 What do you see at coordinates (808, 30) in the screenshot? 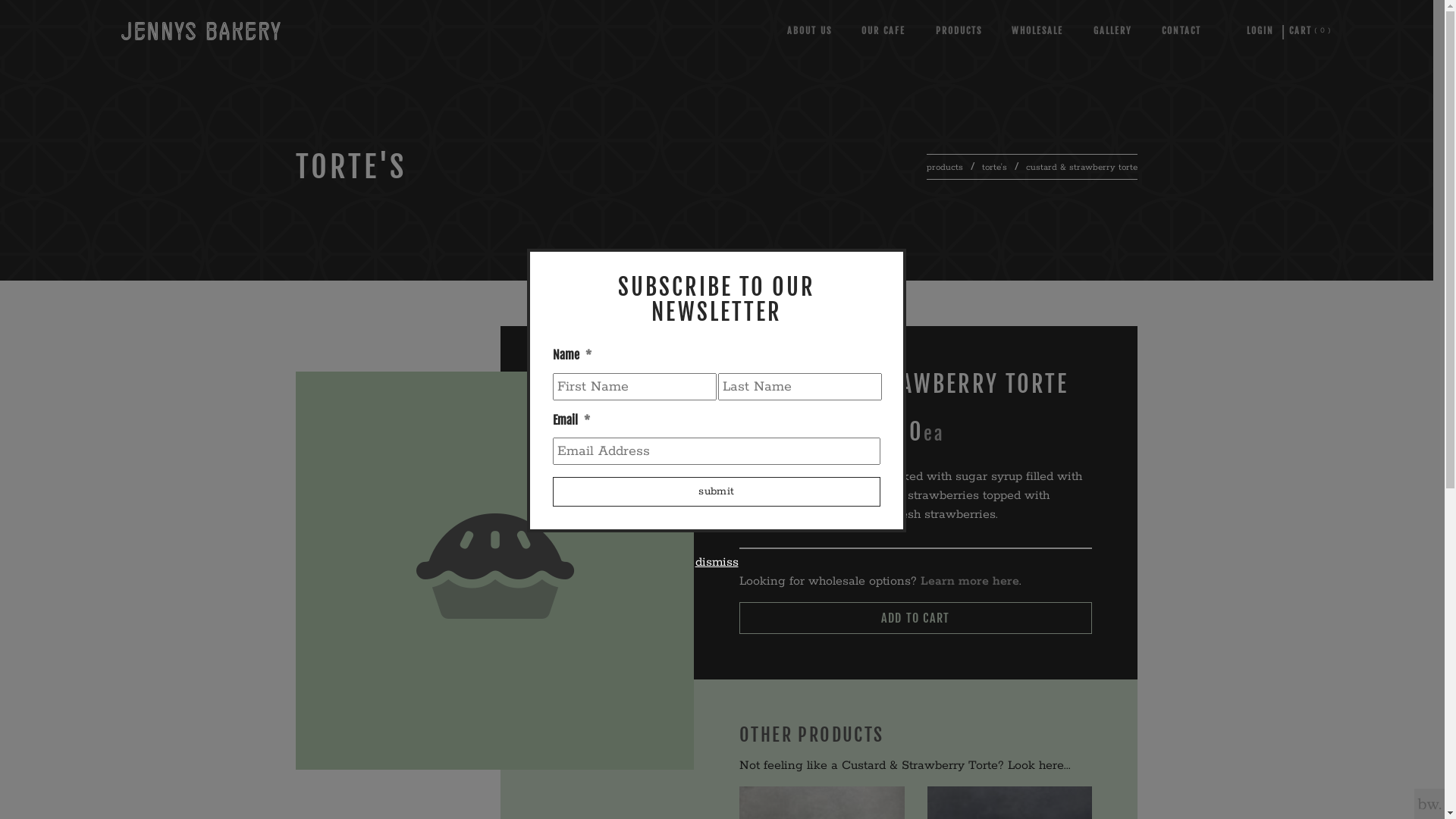
I see `'ABOUT US'` at bounding box center [808, 30].